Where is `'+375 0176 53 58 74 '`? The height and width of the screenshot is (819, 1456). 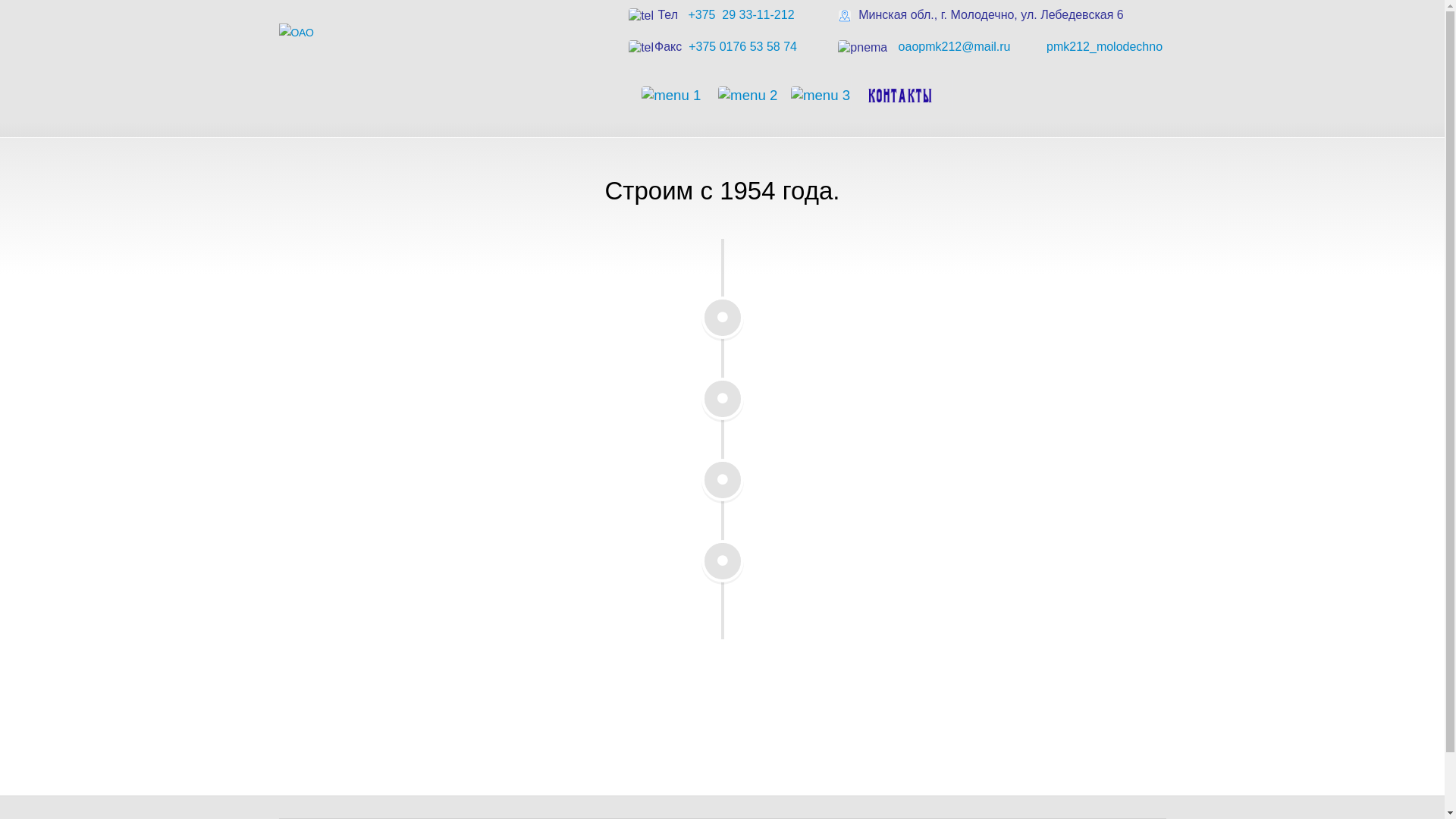
'+375 0176 53 58 74 ' is located at coordinates (744, 45).